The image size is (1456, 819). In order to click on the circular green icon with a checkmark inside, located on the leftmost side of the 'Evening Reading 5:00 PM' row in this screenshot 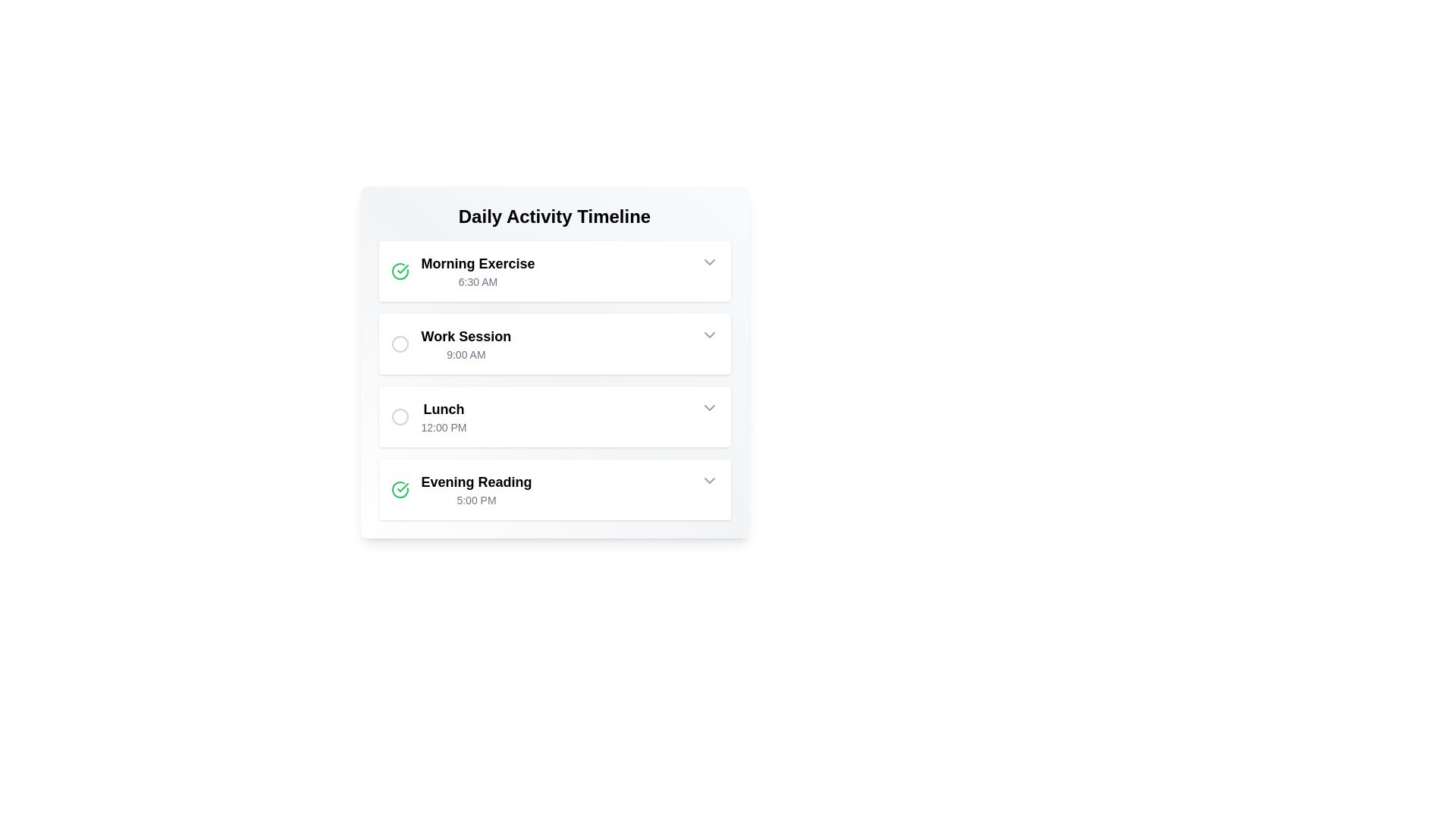, I will do `click(400, 489)`.